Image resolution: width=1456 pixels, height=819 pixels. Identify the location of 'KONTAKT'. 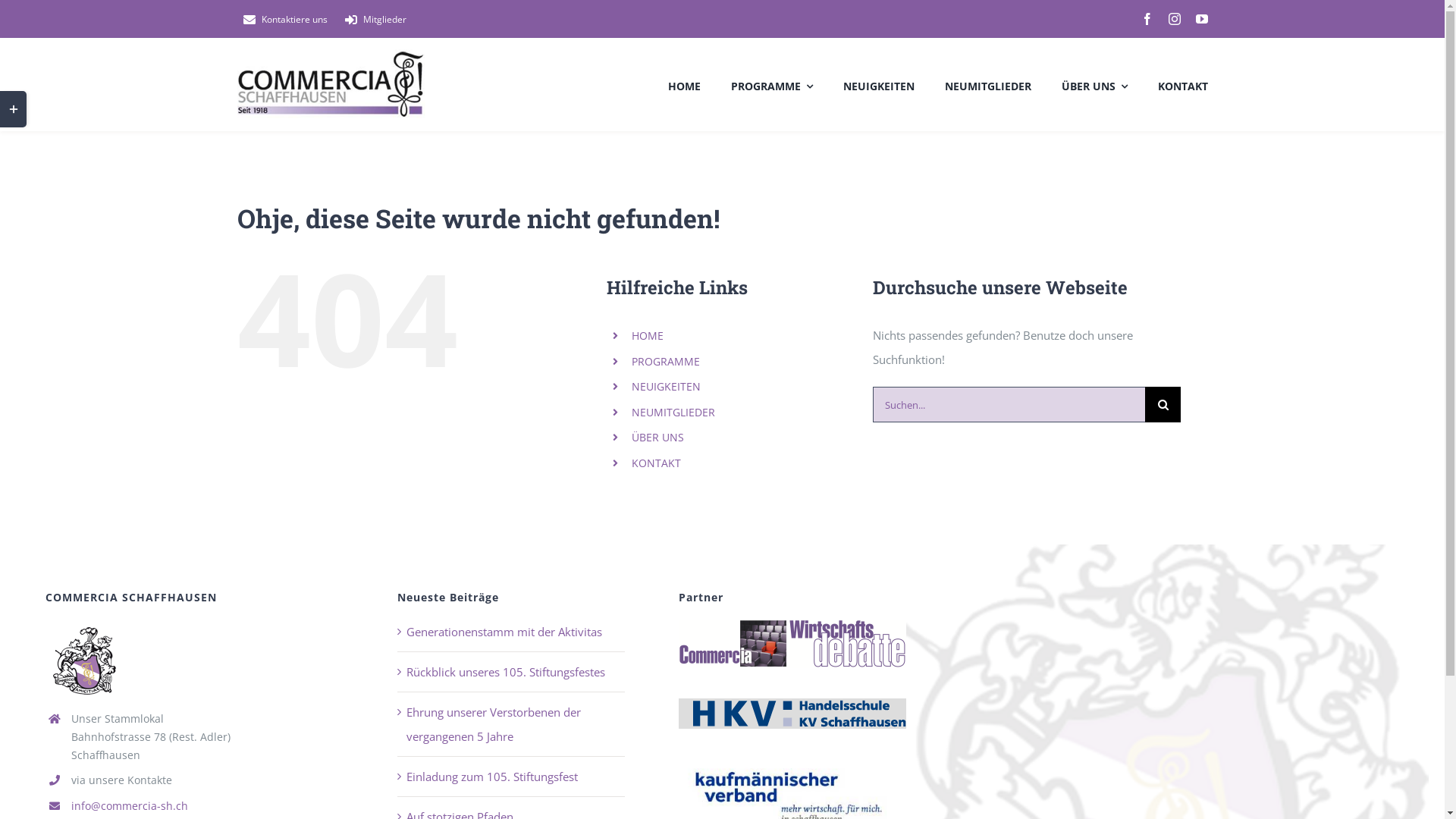
(1181, 84).